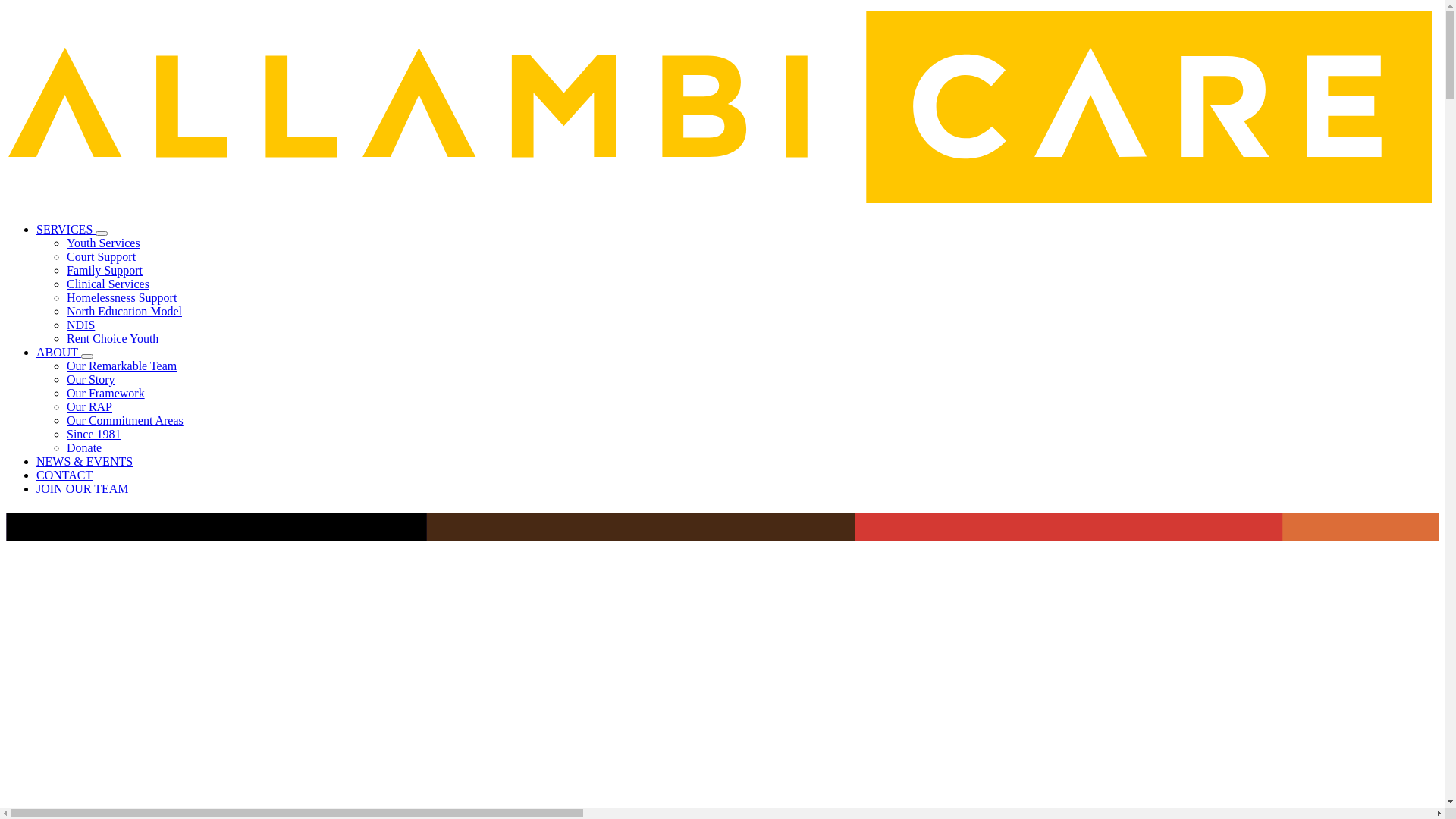  Describe the element at coordinates (65, 420) in the screenshot. I see `'Our Commitment Areas'` at that location.